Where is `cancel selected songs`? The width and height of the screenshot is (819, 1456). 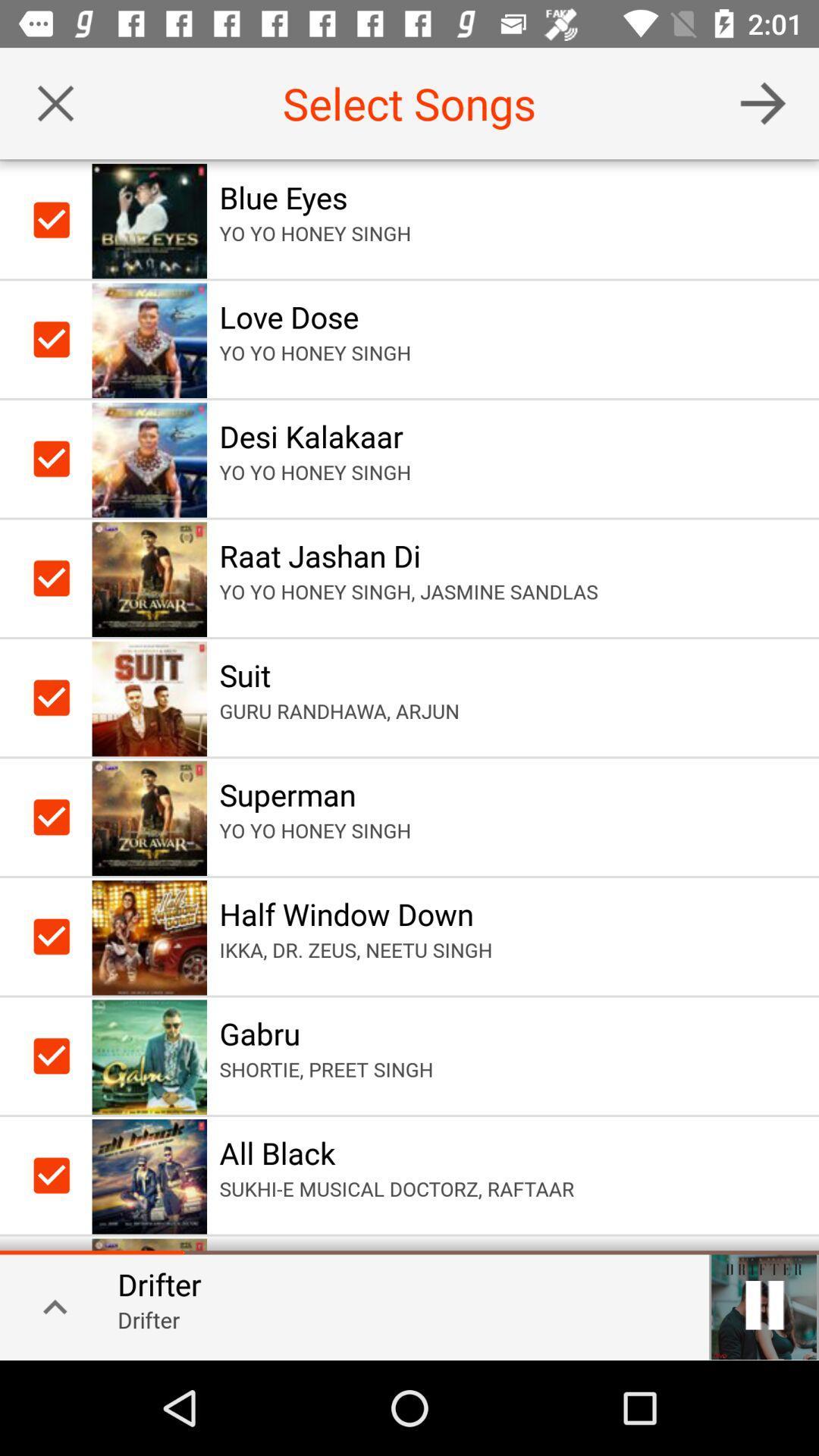 cancel selected songs is located at coordinates (55, 102).